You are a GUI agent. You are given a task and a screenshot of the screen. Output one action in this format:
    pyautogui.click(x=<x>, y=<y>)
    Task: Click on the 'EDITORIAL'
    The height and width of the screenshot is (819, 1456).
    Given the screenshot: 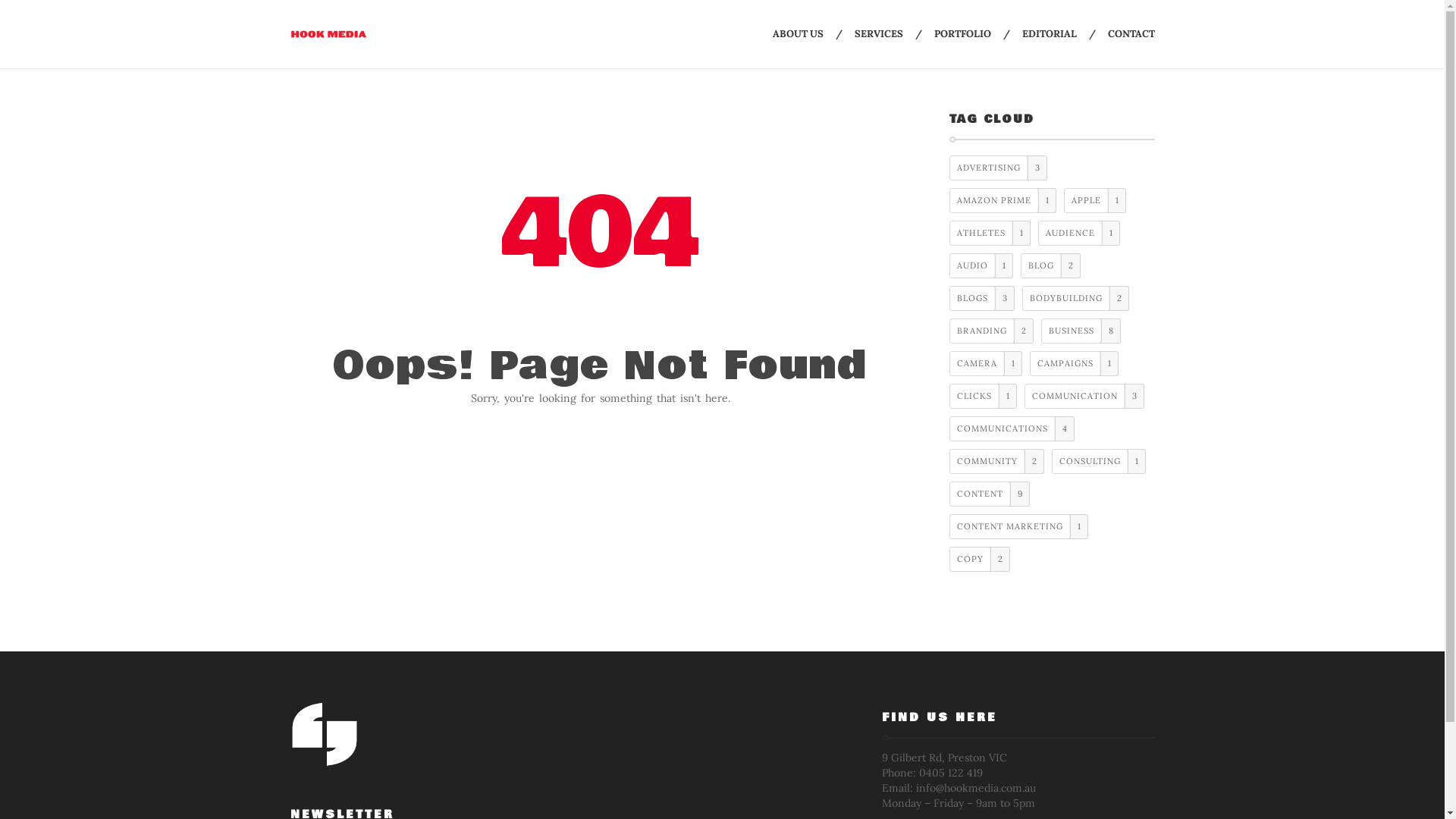 What is the action you would take?
    pyautogui.click(x=1048, y=34)
    